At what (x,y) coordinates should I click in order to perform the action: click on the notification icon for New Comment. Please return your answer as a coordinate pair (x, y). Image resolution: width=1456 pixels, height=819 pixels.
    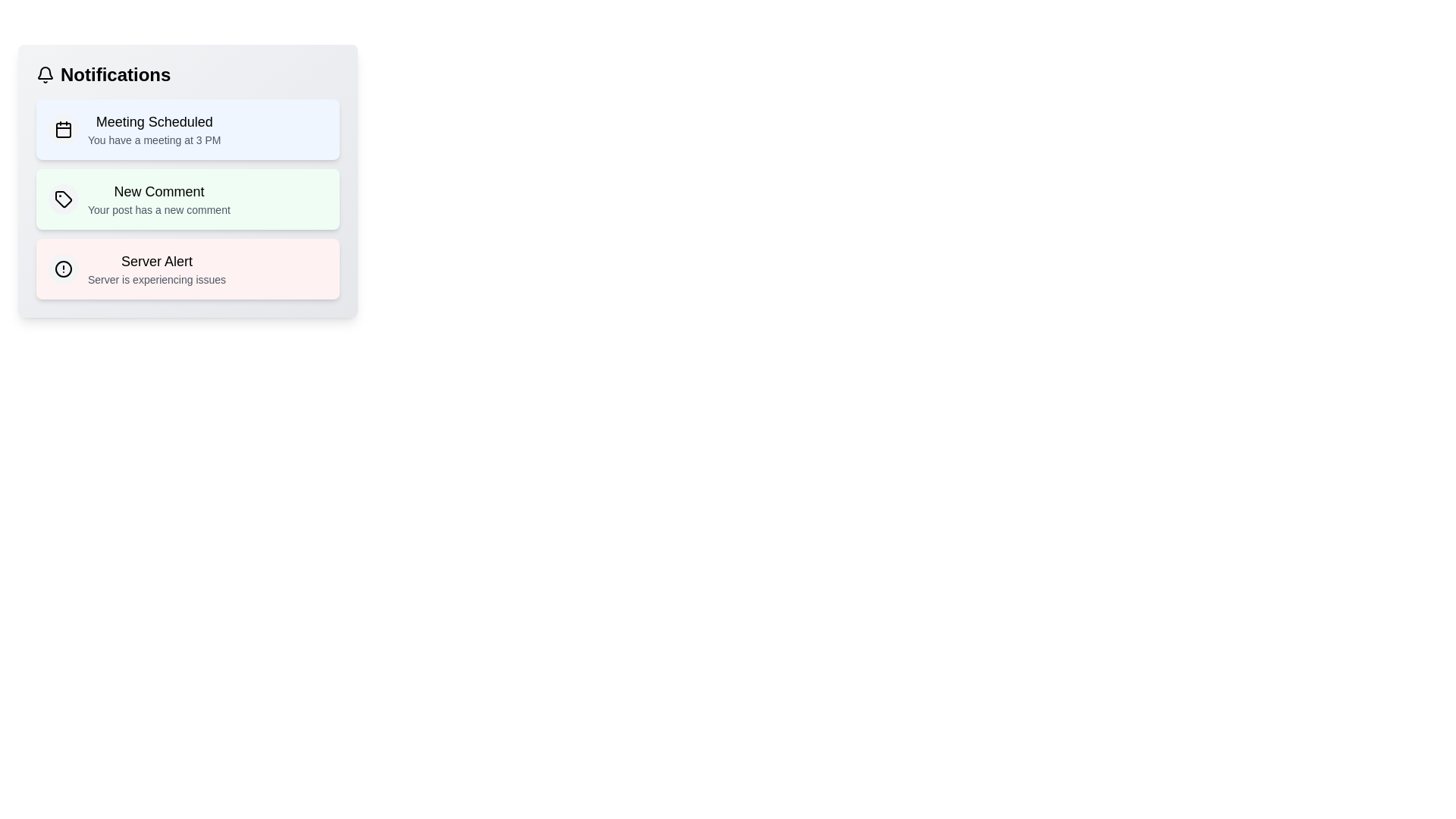
    Looking at the image, I should click on (62, 198).